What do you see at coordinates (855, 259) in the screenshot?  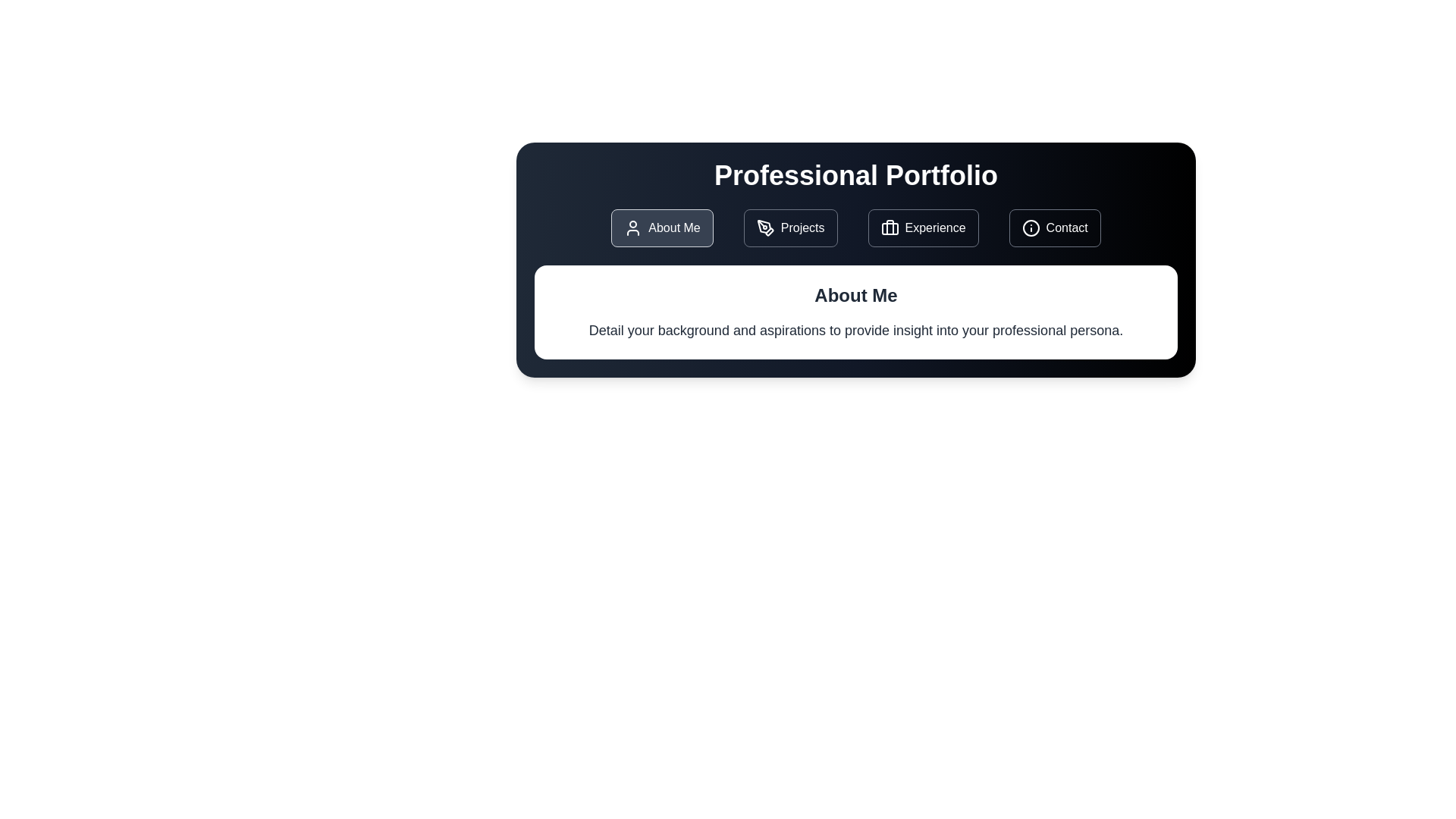 I see `the navigation buttons located in the introductory section of the portfolio, which is centrally positioned below the fixed header` at bounding box center [855, 259].